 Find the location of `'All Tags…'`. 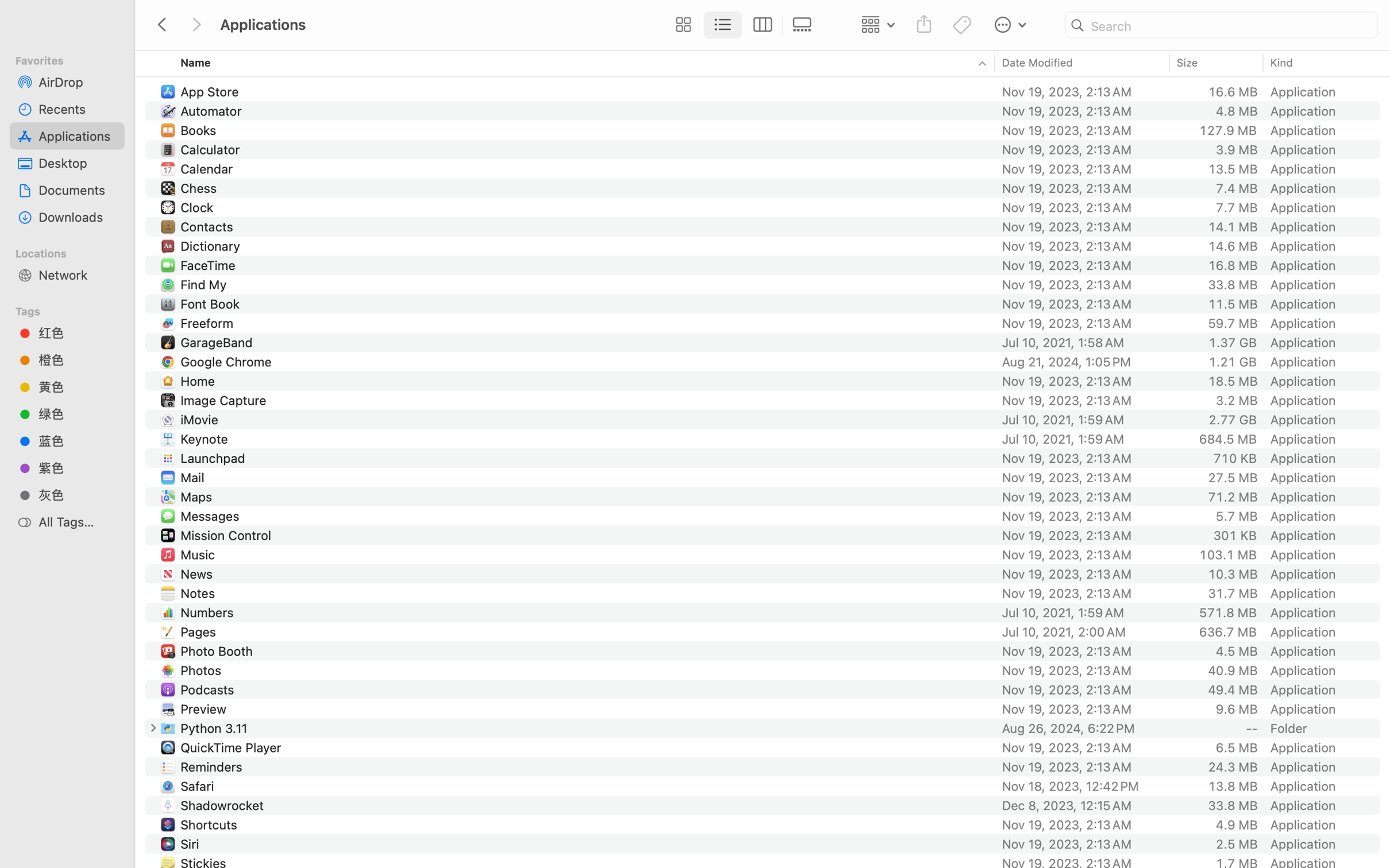

'All Tags…' is located at coordinates (77, 521).